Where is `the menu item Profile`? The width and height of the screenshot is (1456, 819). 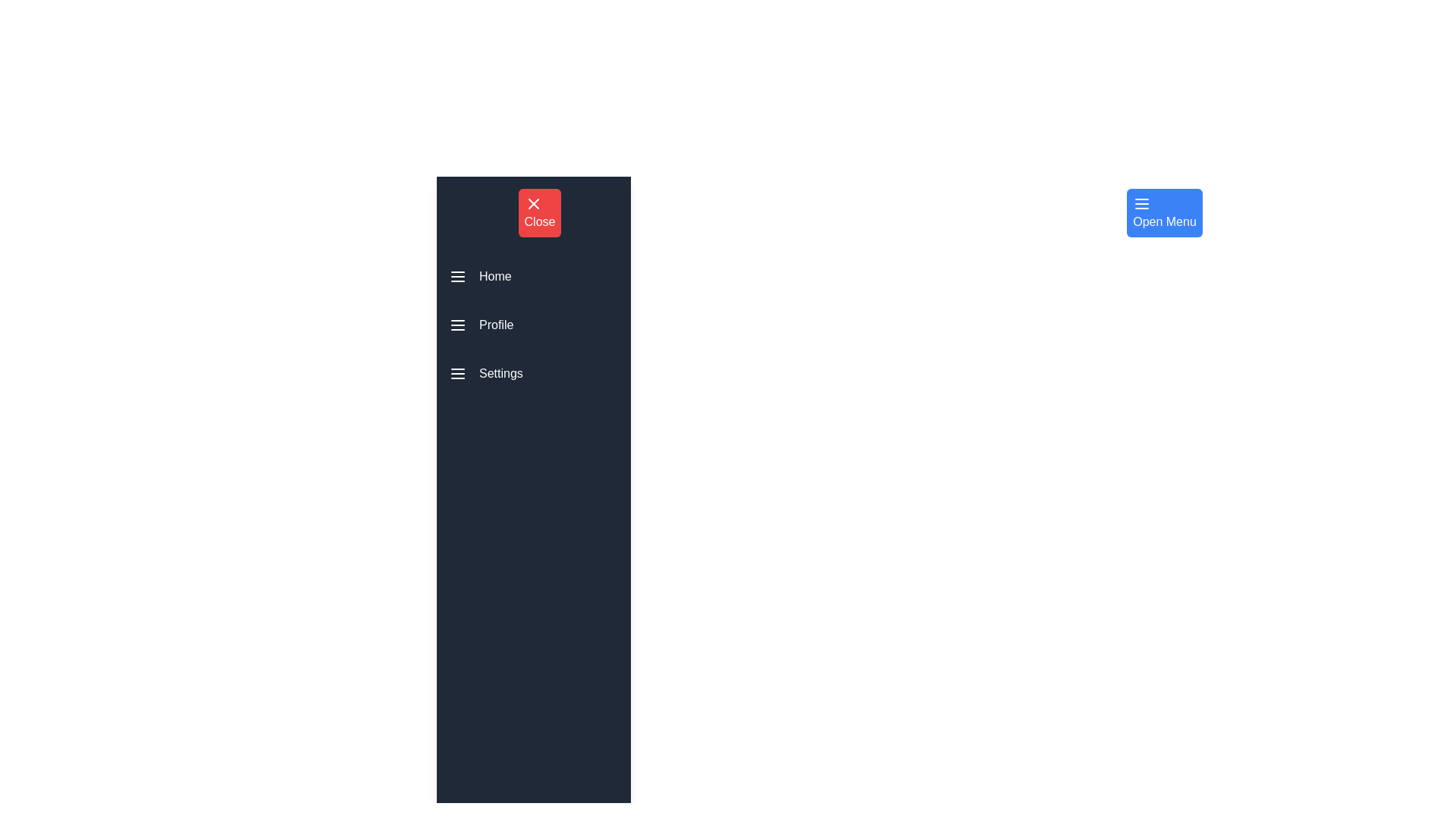
the menu item Profile is located at coordinates (534, 324).